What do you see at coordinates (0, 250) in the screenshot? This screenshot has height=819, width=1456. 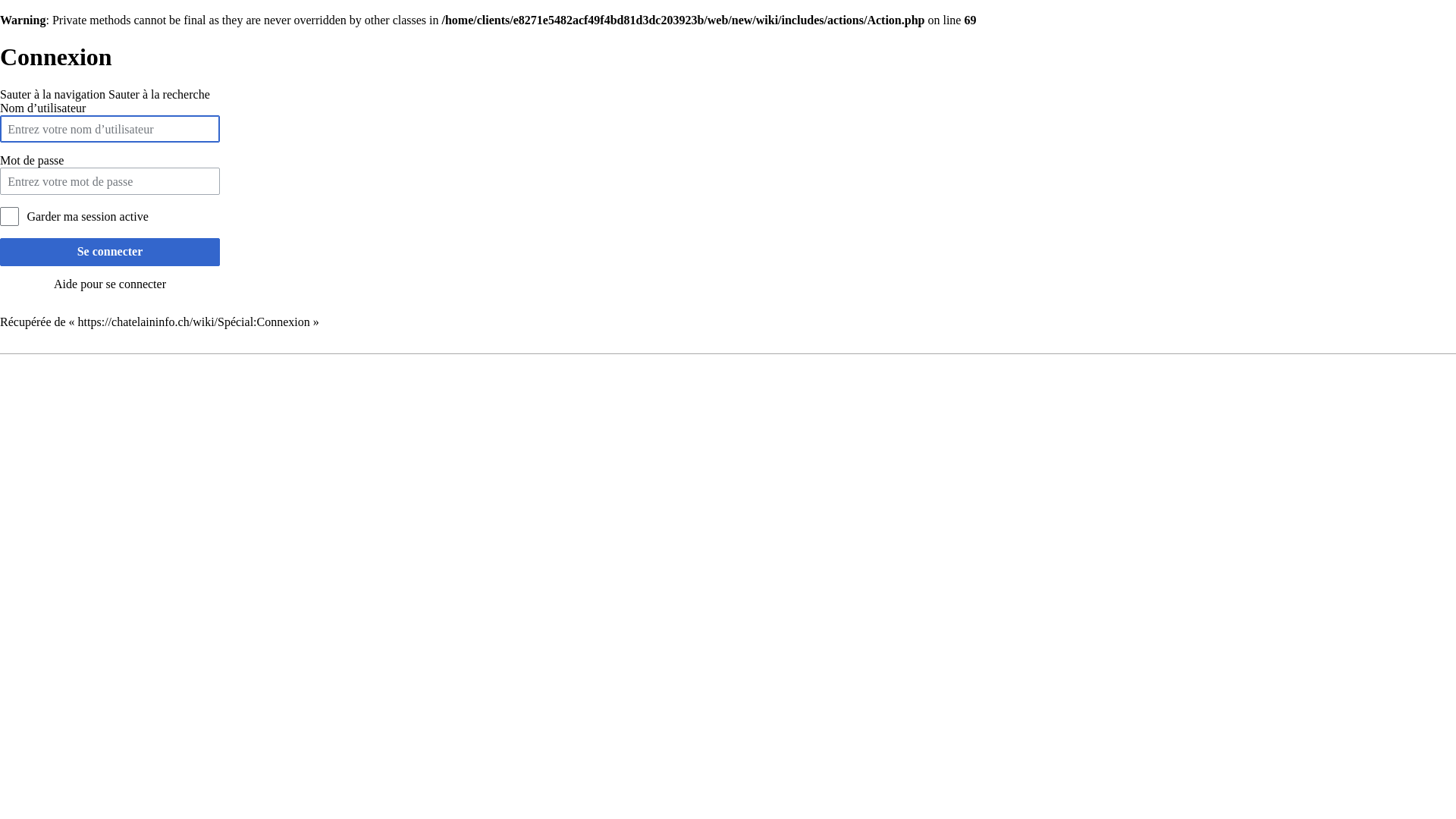 I see `'Se connecter'` at bounding box center [0, 250].